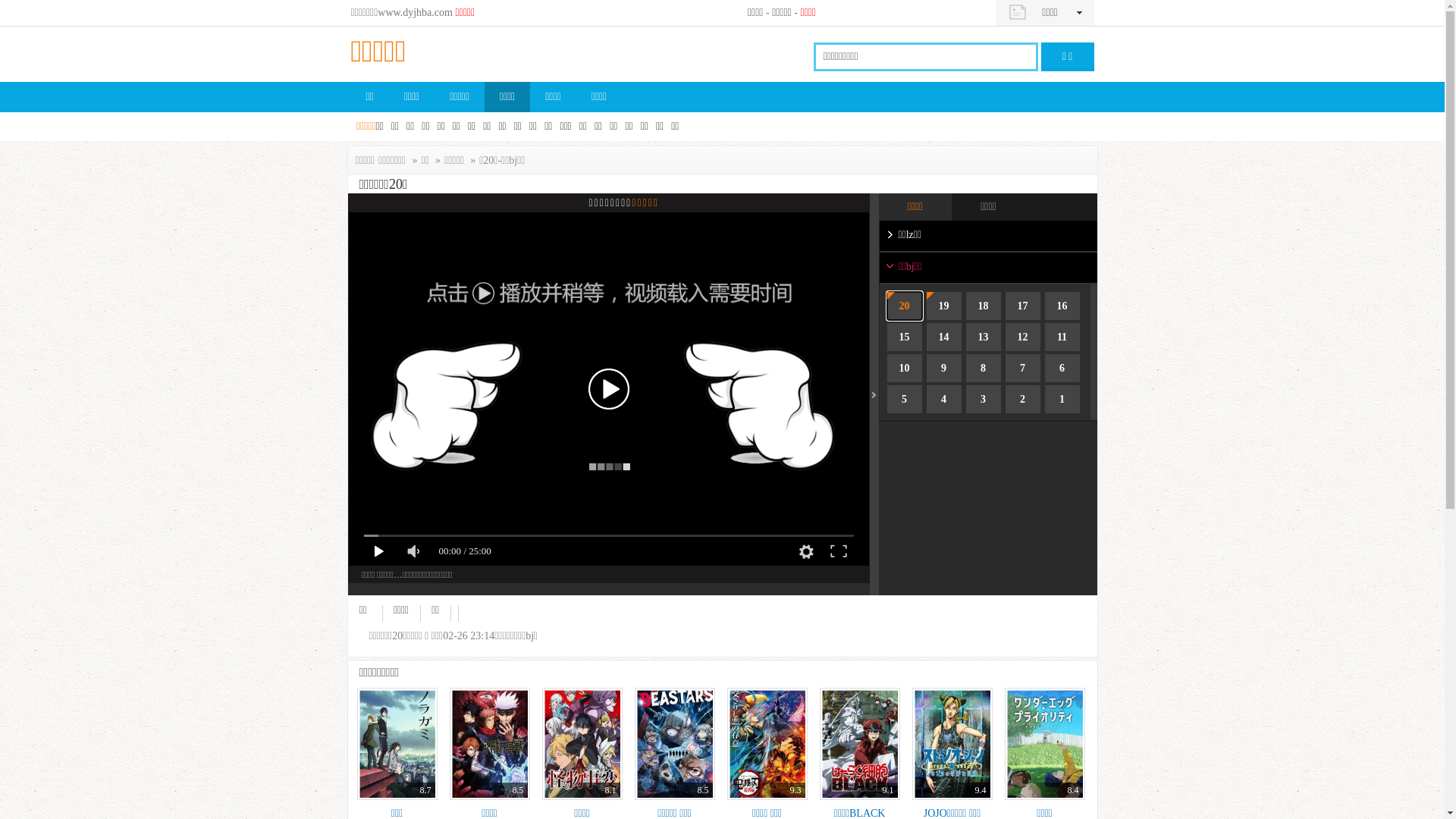 The image size is (1456, 819). I want to click on '9.1', so click(858, 742).